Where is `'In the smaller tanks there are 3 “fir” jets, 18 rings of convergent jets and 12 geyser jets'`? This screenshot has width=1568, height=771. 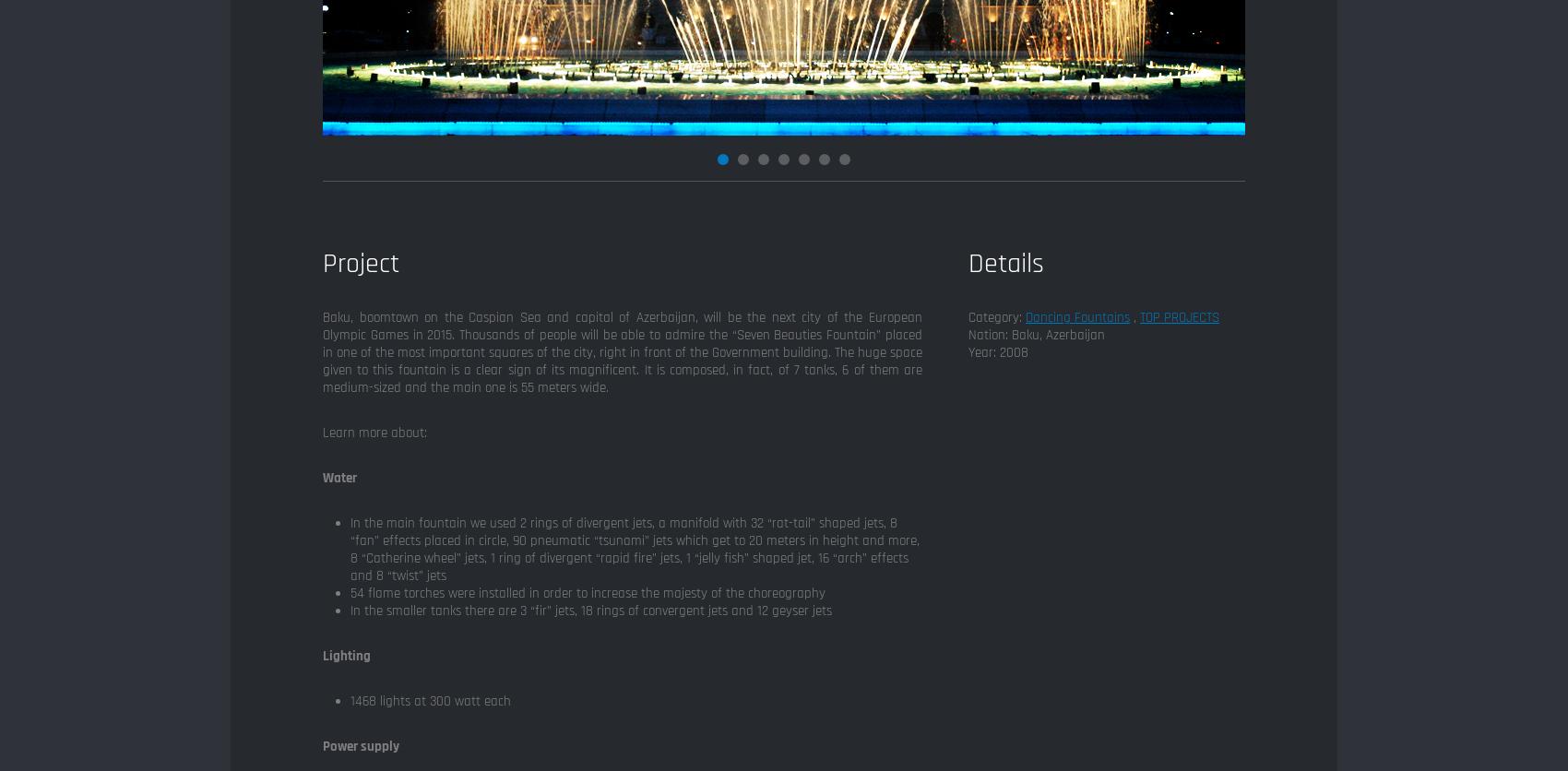
'In the smaller tanks there are 3 “fir” jets, 18 rings of convergent jets and 12 geyser jets' is located at coordinates (591, 611).